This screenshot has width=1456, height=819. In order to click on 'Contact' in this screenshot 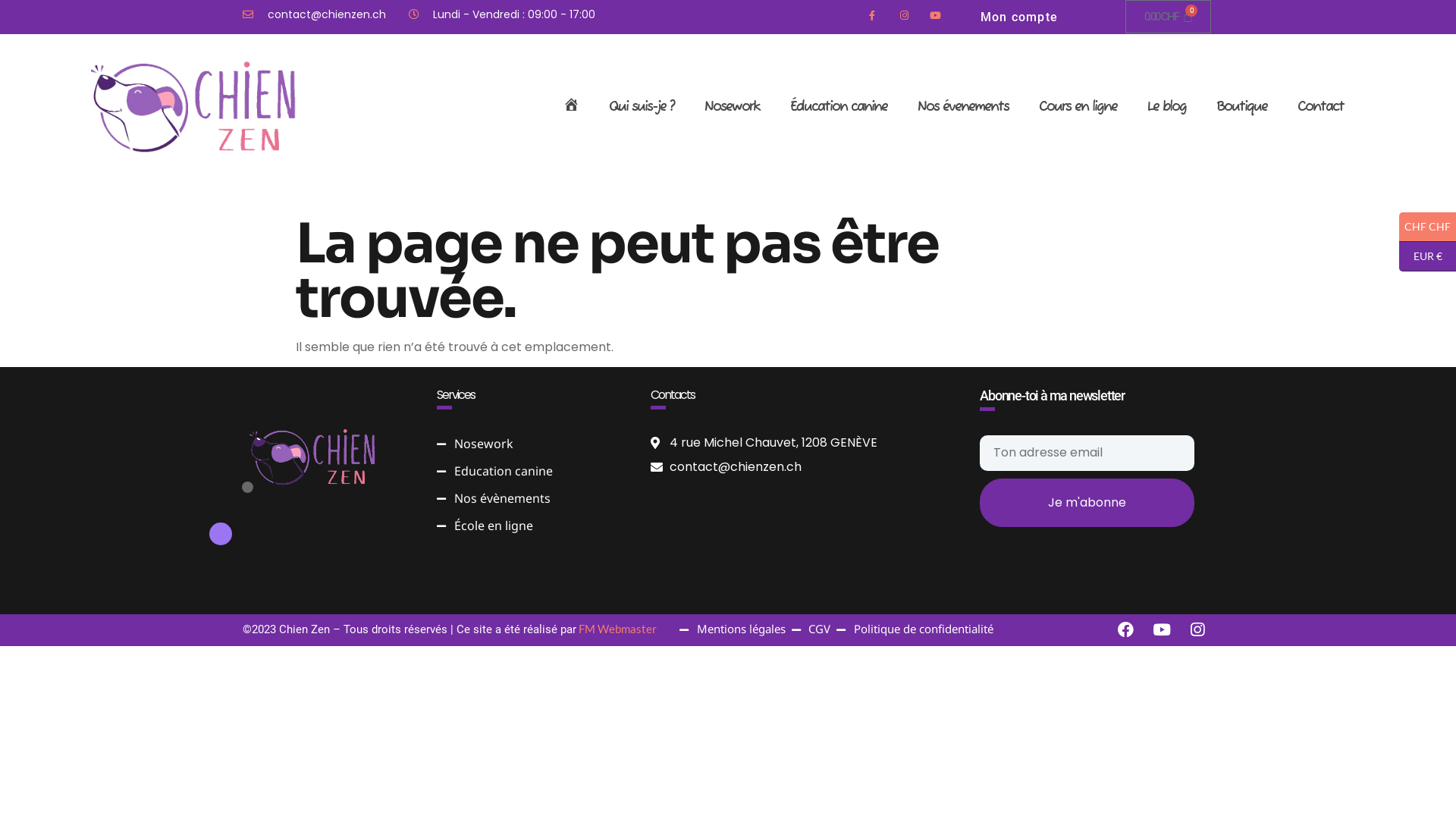, I will do `click(1319, 106)`.